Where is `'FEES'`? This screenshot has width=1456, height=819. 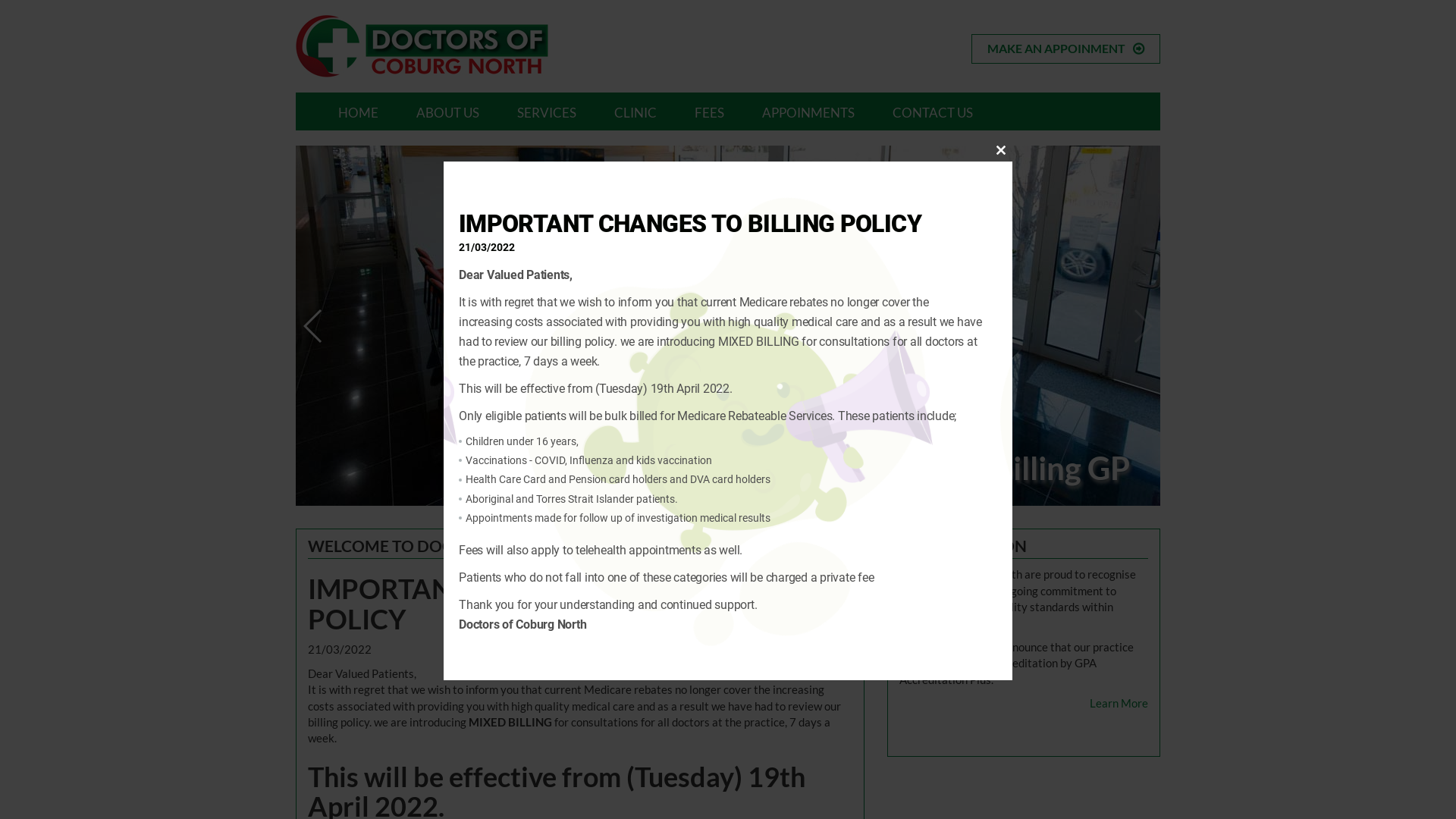 'FEES' is located at coordinates (708, 110).